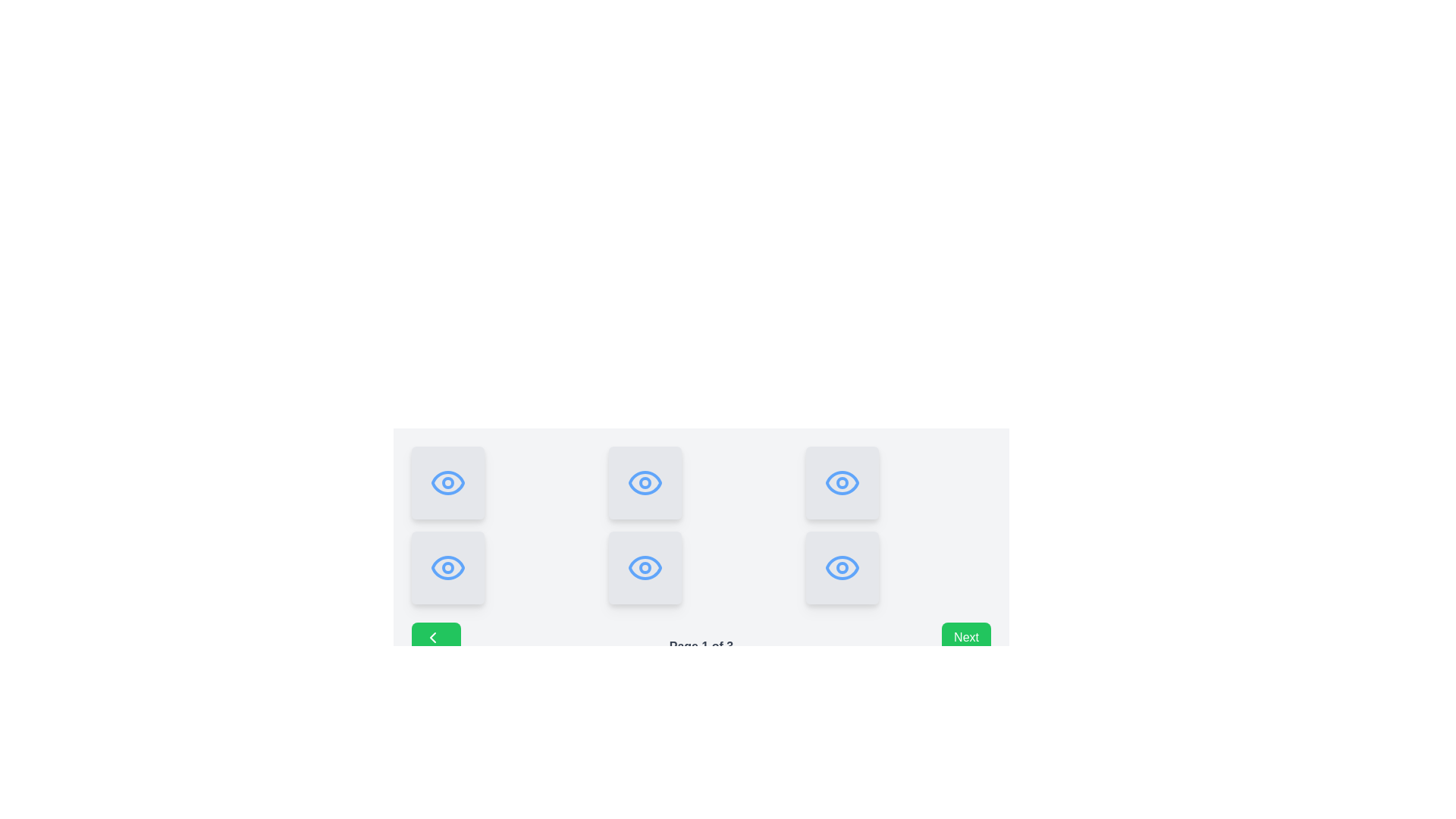 This screenshot has width=1456, height=819. What do you see at coordinates (645, 567) in the screenshot?
I see `the SVG Circle element inside the eye icon located in the middle row, middle column of a 3x2 grid` at bounding box center [645, 567].